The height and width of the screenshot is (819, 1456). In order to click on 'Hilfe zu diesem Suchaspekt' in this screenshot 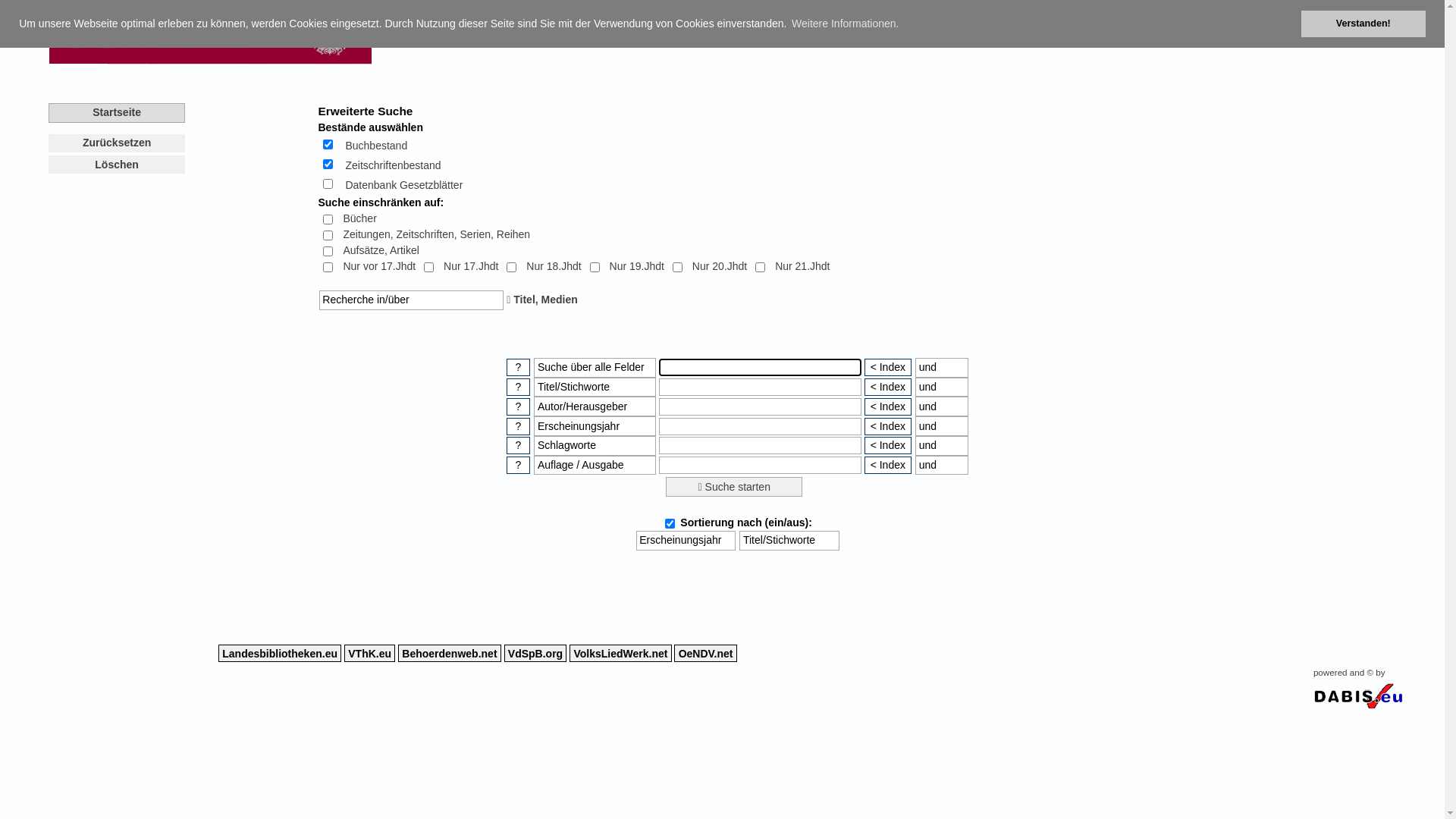, I will do `click(518, 444)`.